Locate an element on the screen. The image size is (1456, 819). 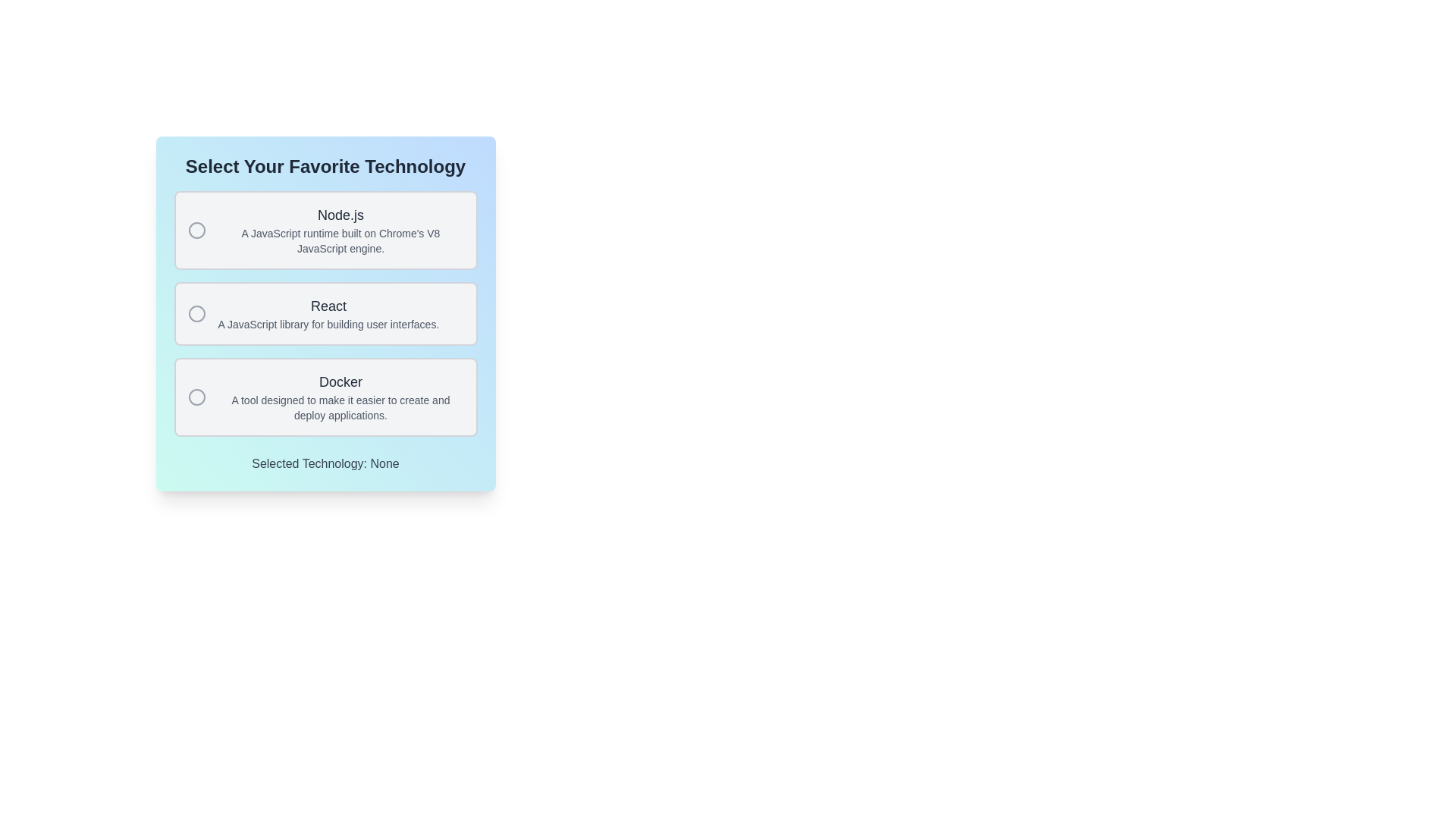
the static text element that displays 'Docker' and its description, located in the third option of the choice list 'Select Your Favorite Technology' is located at coordinates (340, 397).